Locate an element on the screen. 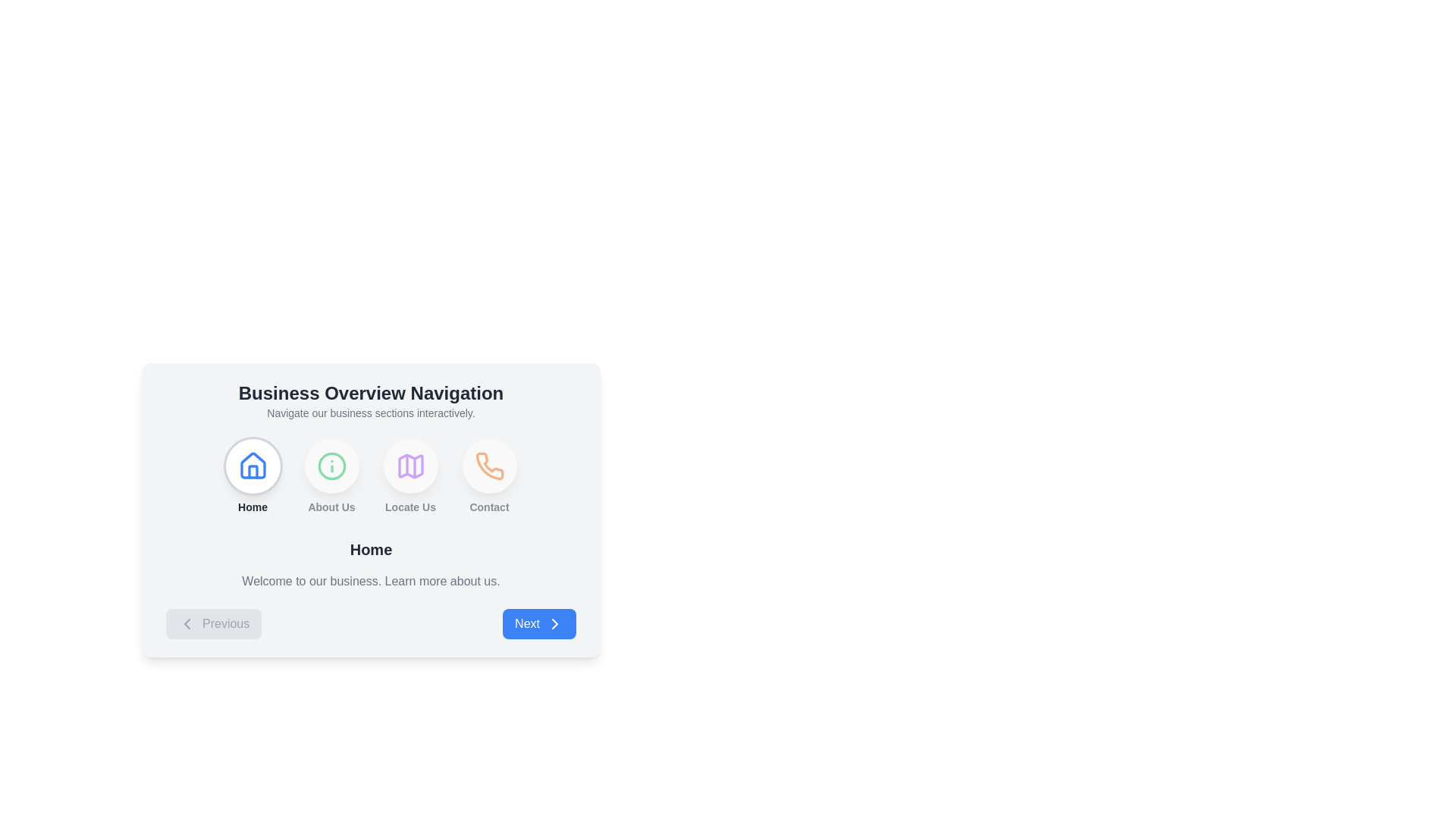 The image size is (1456, 819). the green circular IconButton with an information symbol is located at coordinates (331, 465).